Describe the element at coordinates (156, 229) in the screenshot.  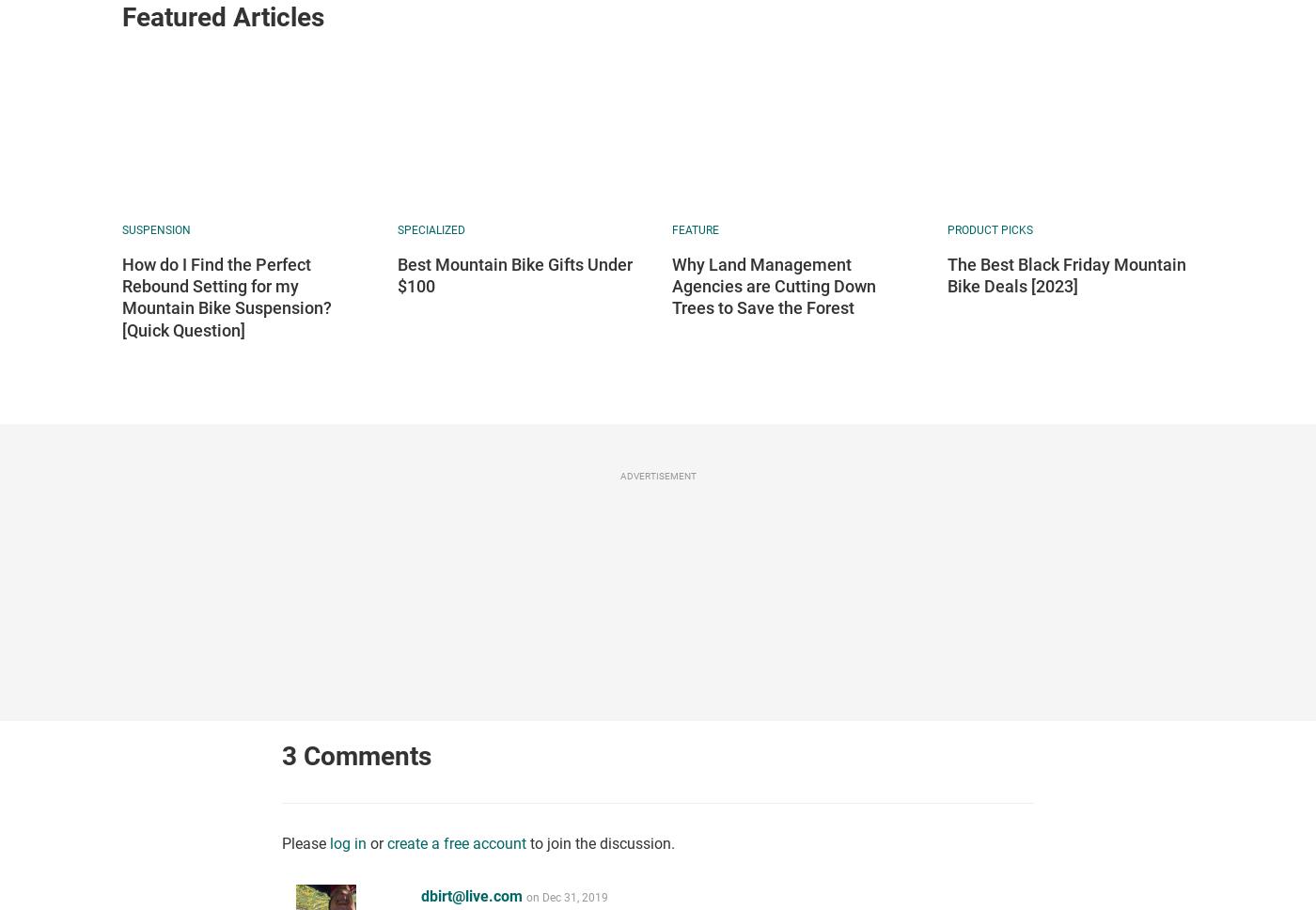
I see `'Suspension'` at that location.